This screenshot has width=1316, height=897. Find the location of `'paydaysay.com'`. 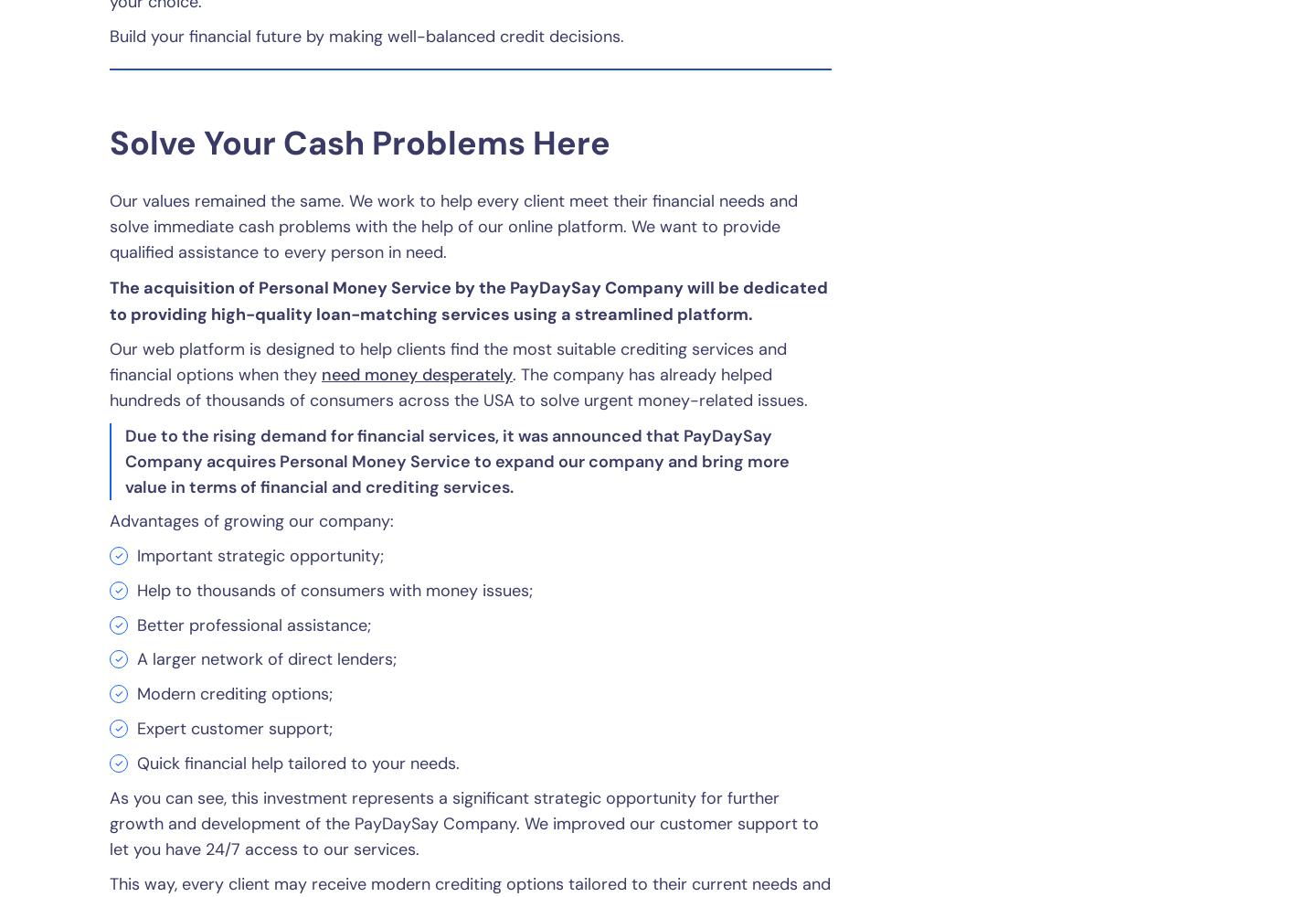

'paydaysay.com' is located at coordinates (602, 680).